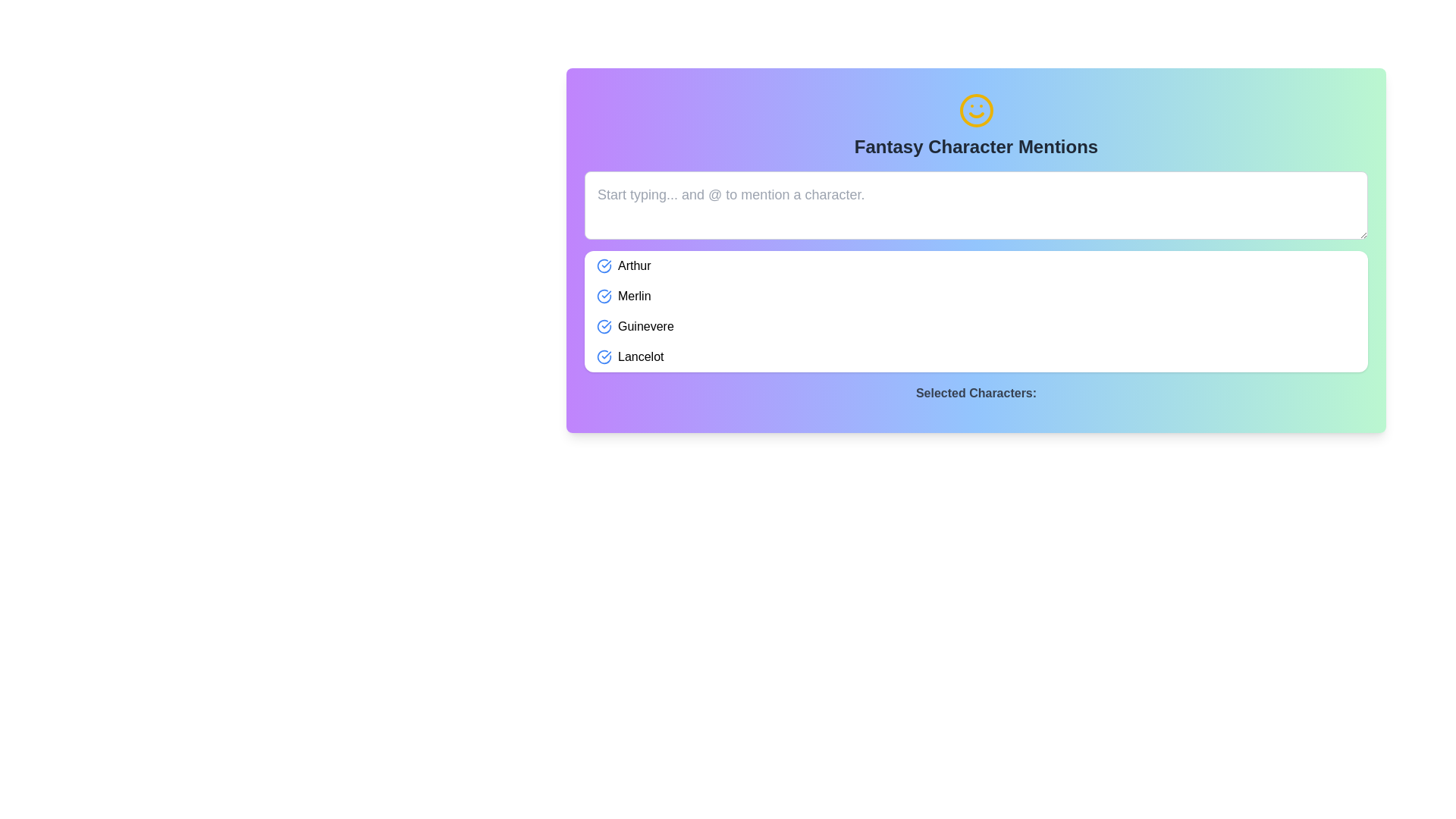 Image resolution: width=1456 pixels, height=819 pixels. Describe the element at coordinates (603, 356) in the screenshot. I see `the Icon - Circle Checkmark` at that location.